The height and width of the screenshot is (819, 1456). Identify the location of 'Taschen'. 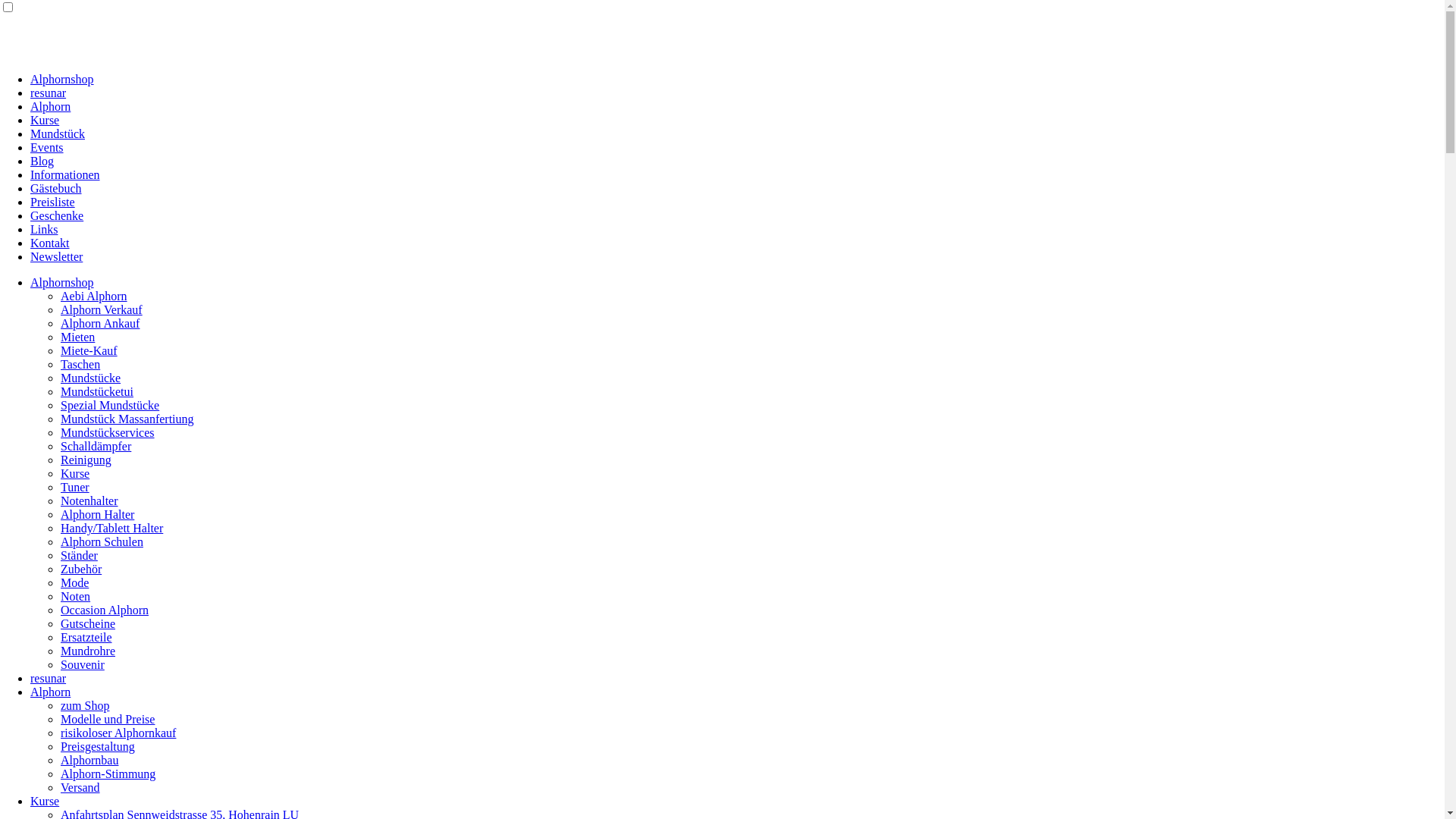
(79, 364).